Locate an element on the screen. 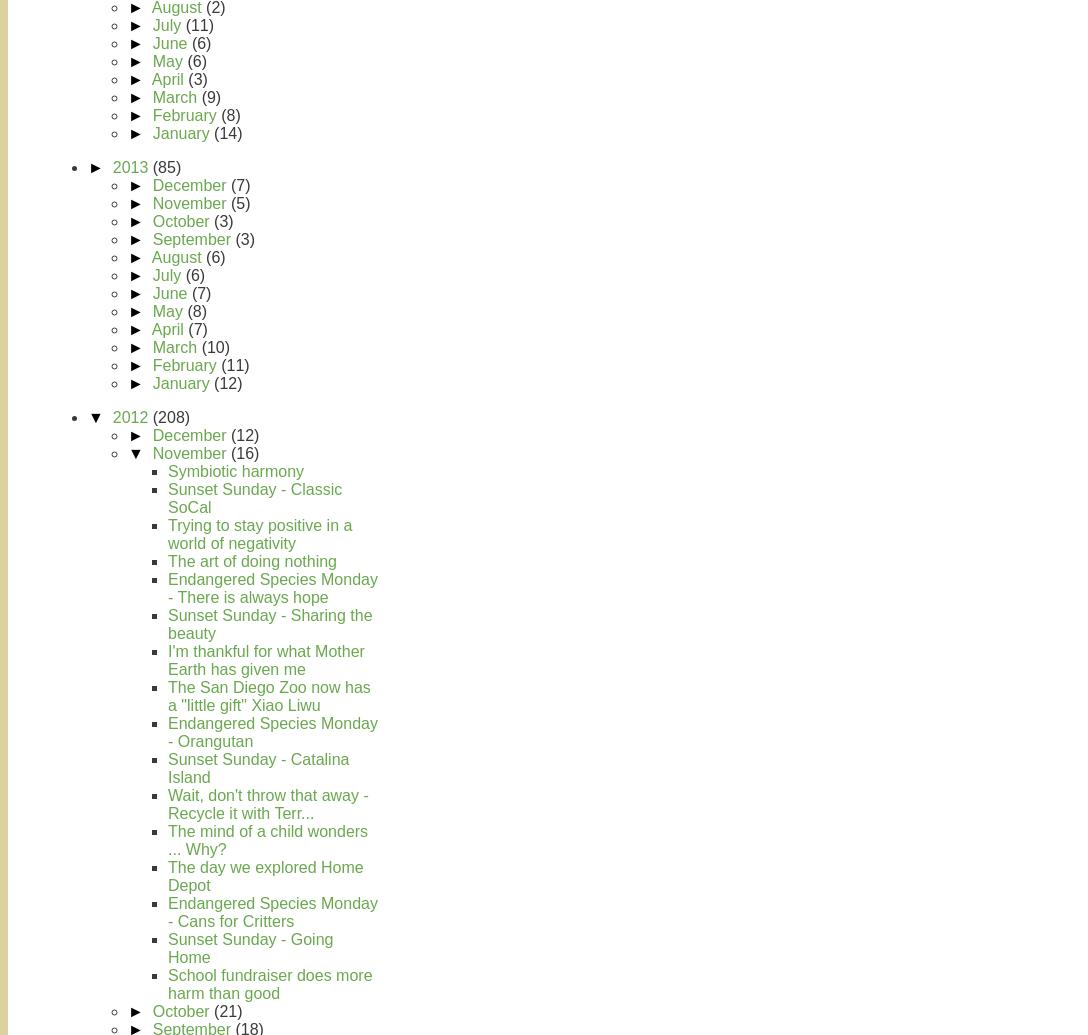 The image size is (1088, 1035). '(16)' is located at coordinates (243, 453).